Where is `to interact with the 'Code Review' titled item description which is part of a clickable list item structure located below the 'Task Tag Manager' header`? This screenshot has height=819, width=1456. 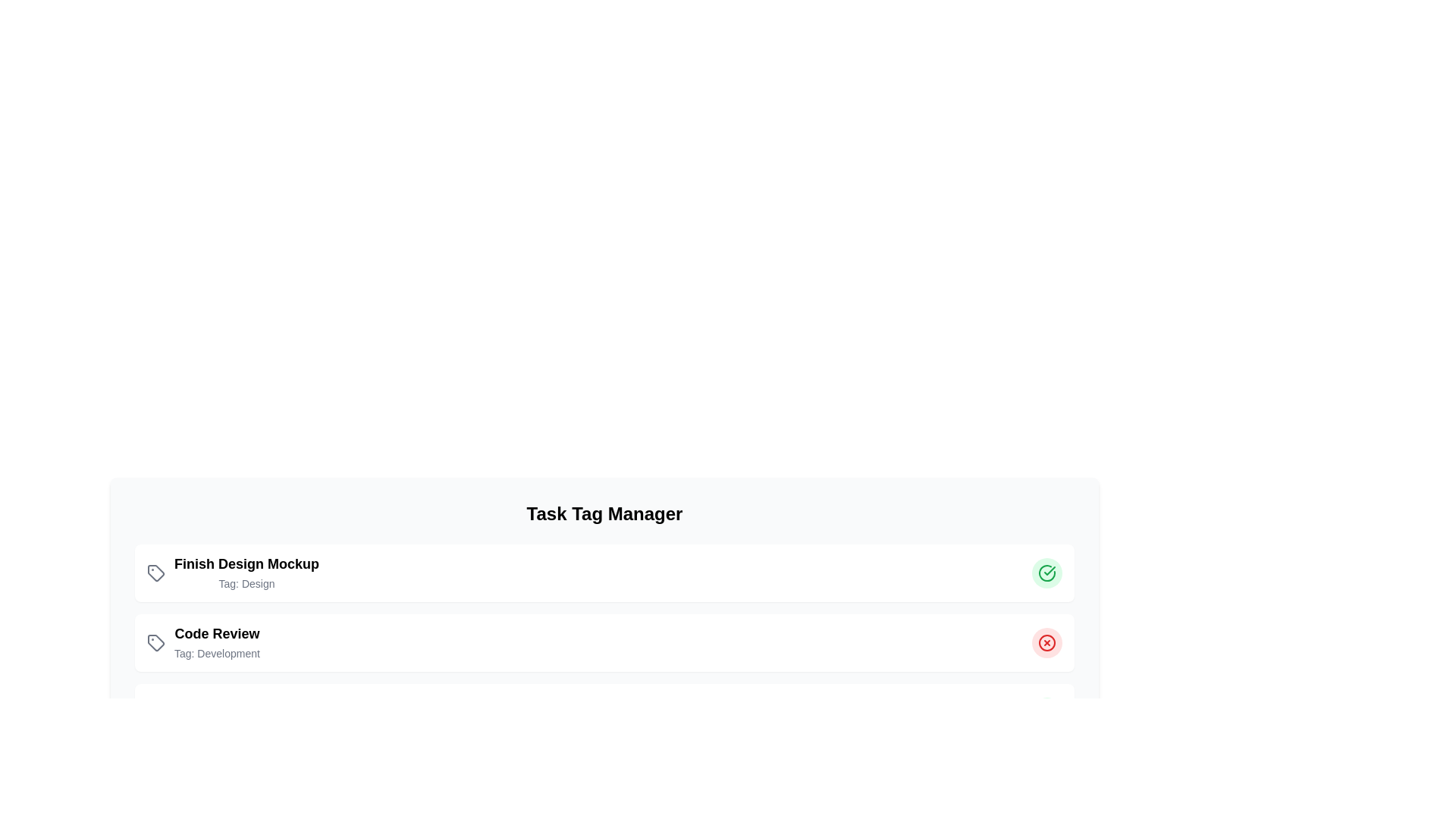
to interact with the 'Code Review' titled item description which is part of a clickable list item structure located below the 'Task Tag Manager' header is located at coordinates (216, 643).